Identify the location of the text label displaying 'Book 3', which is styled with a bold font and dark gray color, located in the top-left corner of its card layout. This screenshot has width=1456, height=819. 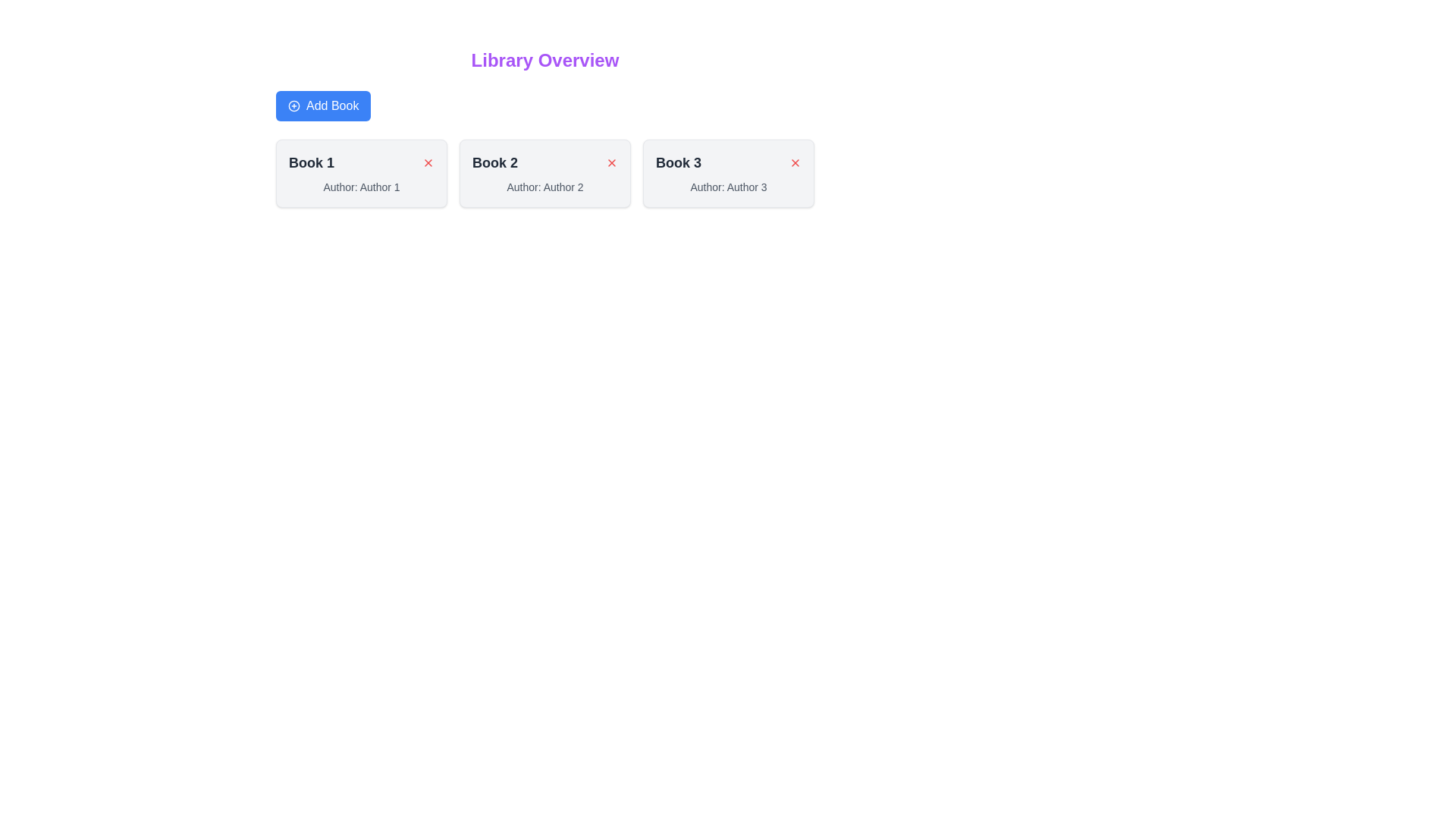
(678, 163).